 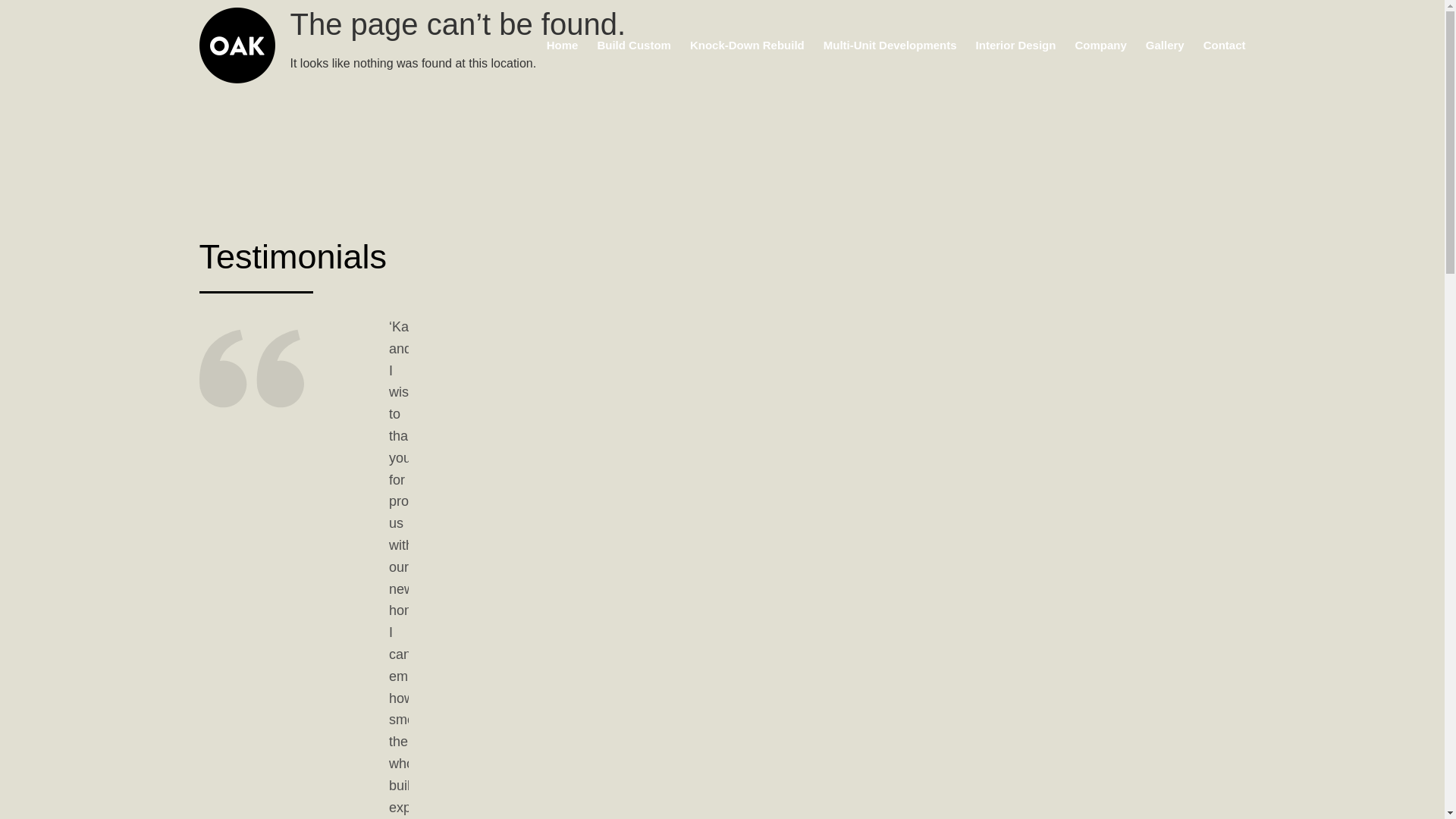 What do you see at coordinates (1224, 45) in the screenshot?
I see `'Contact'` at bounding box center [1224, 45].